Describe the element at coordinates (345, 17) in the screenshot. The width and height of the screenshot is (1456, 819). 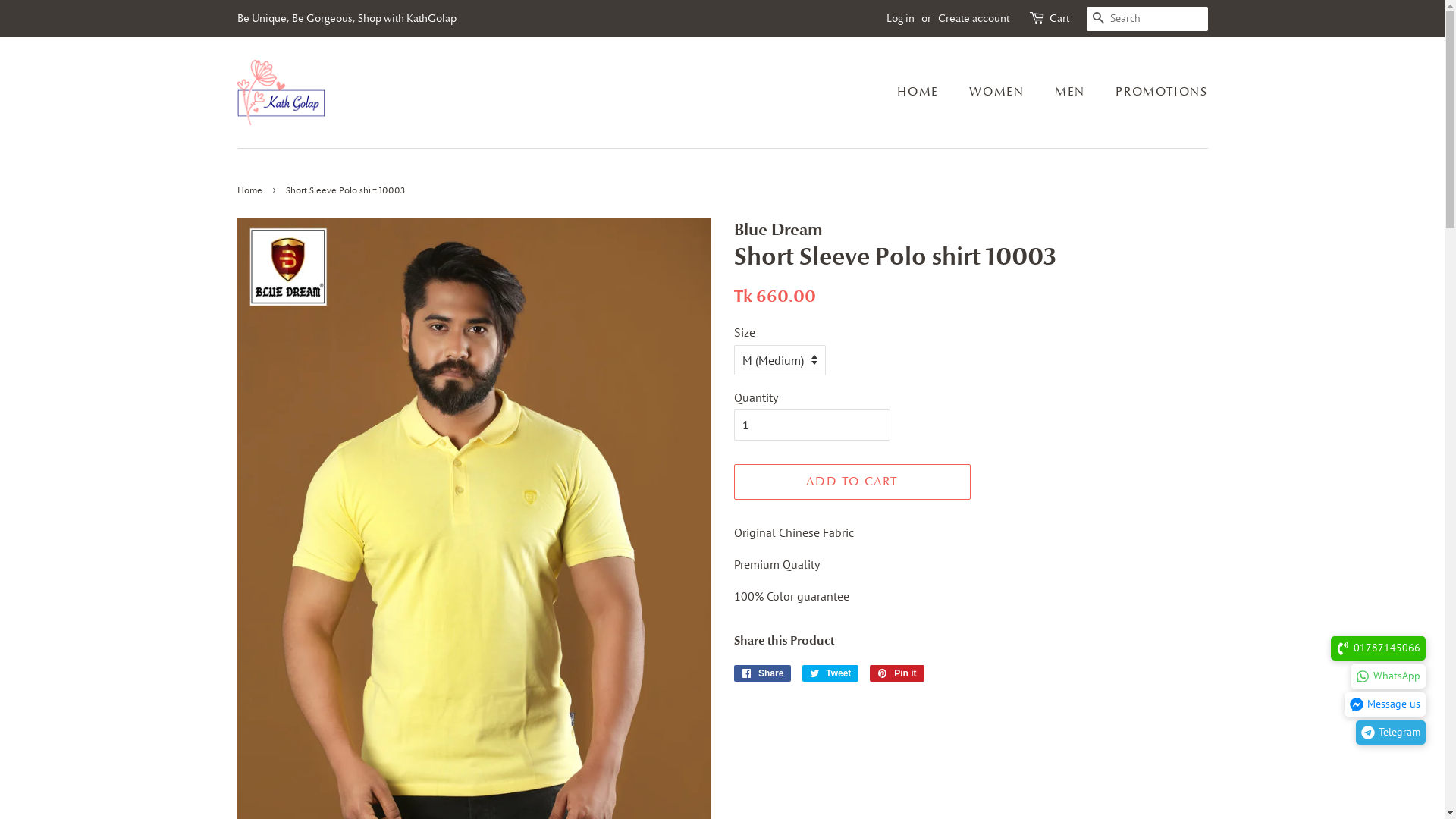
I see `'Be Unique, Be Gorgeous, Shop with KathGolap'` at that location.